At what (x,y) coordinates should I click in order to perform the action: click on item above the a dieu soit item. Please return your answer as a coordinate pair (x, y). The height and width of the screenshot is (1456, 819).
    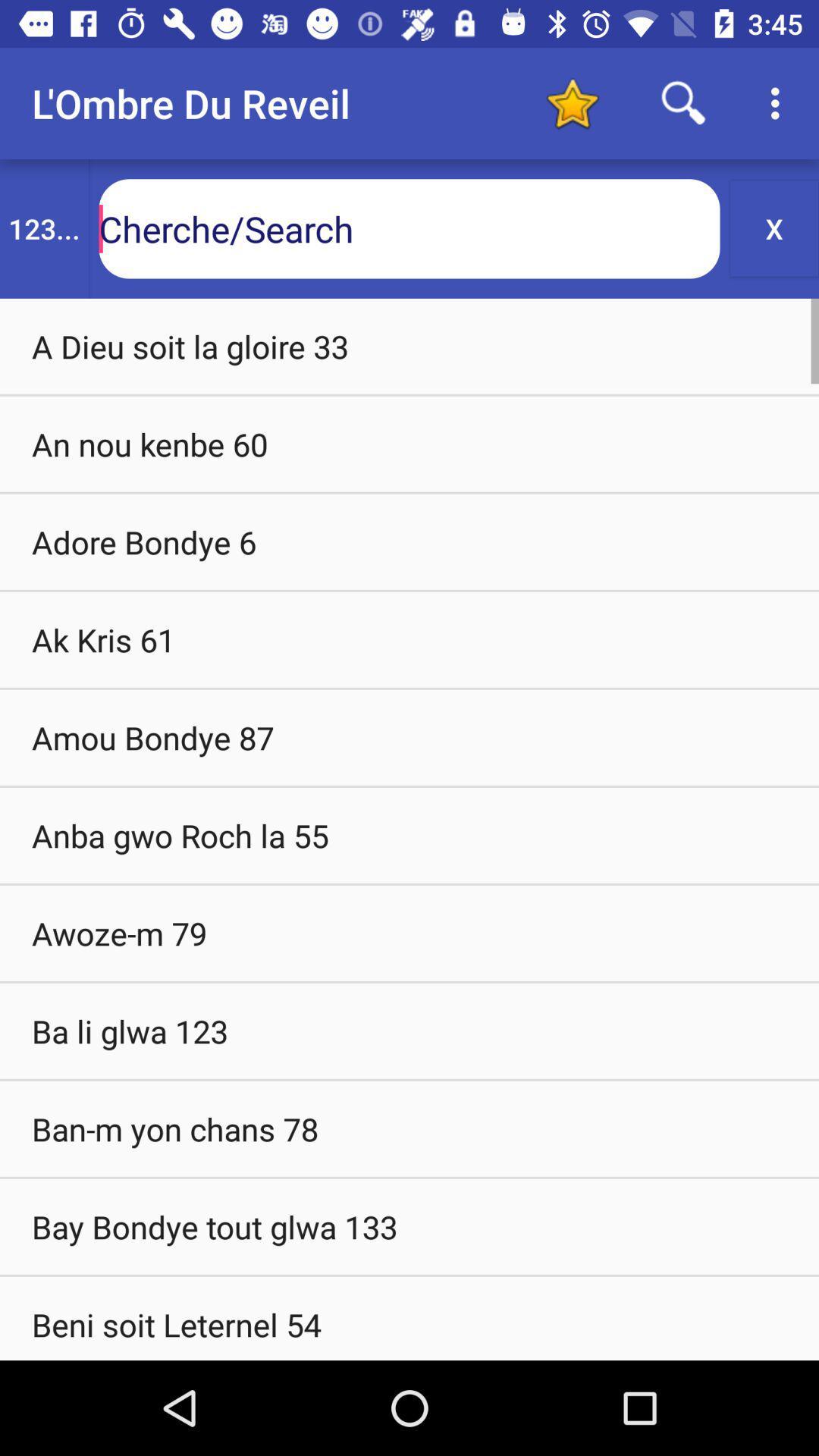
    Looking at the image, I should click on (774, 227).